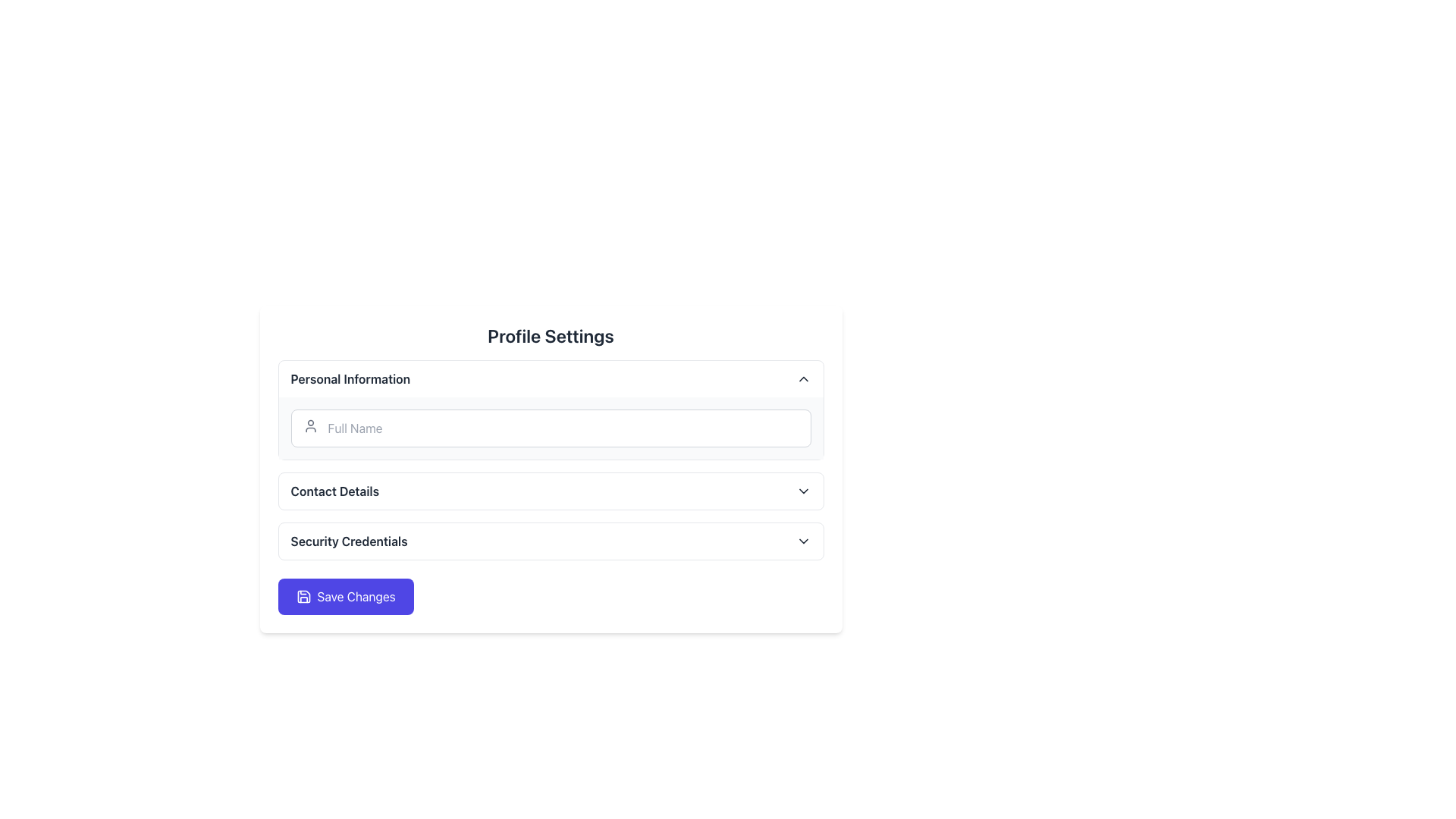 The height and width of the screenshot is (819, 1456). I want to click on the chevron icon located at the far right of the 'Contact Details' section header, so click(802, 491).